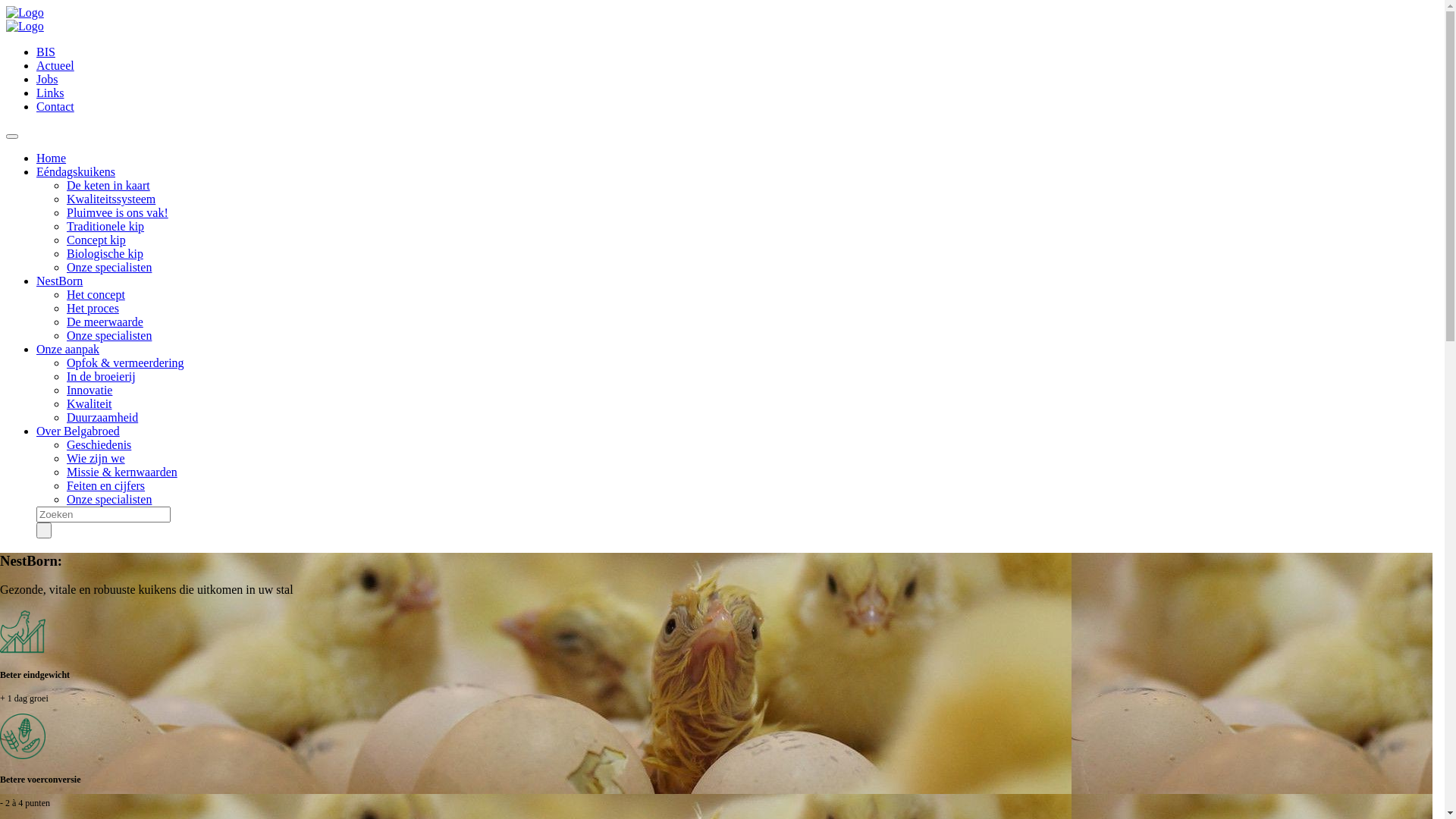  I want to click on 'Home', so click(51, 158).